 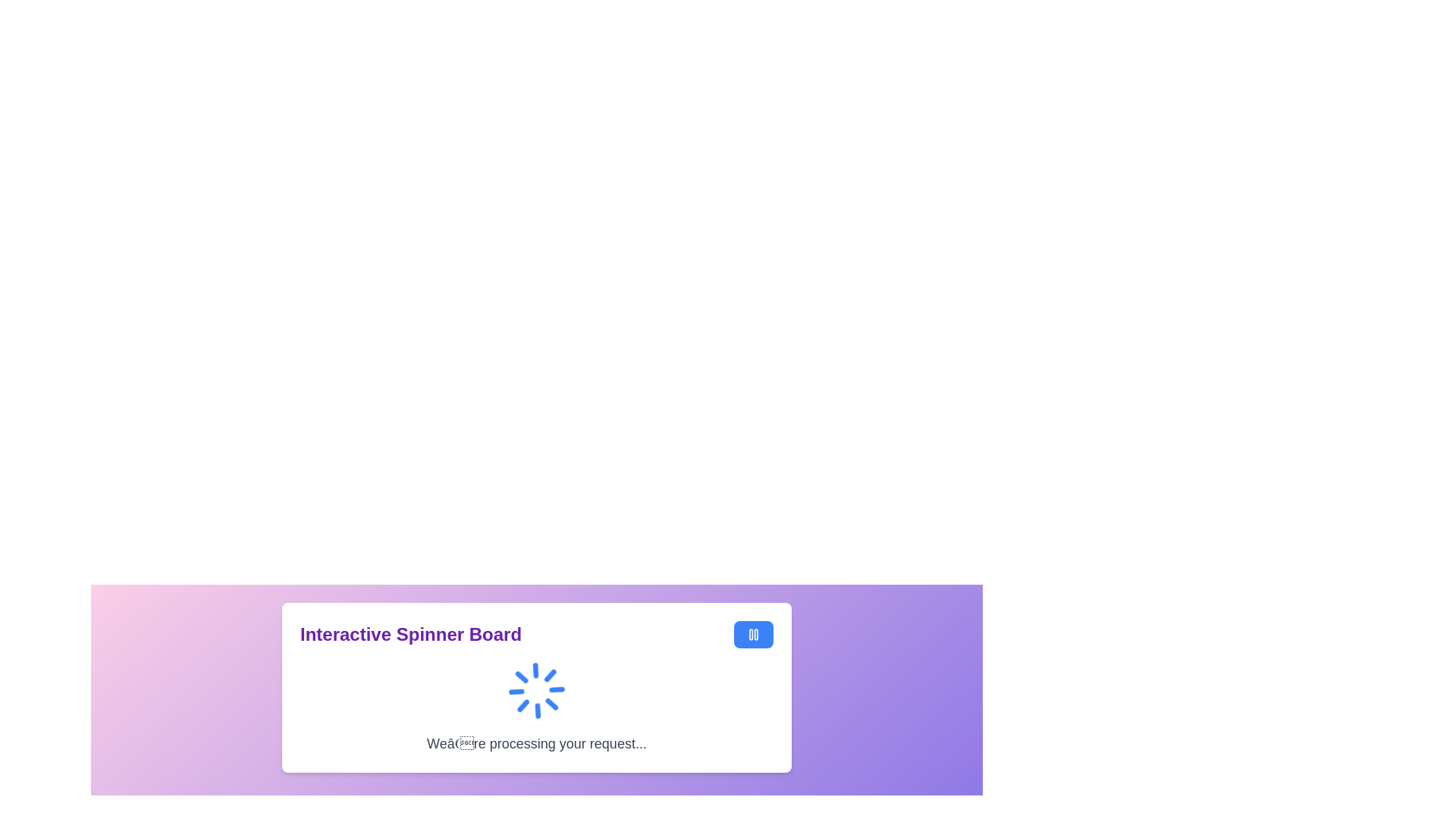 What do you see at coordinates (756, 635) in the screenshot?
I see `the right vertical bar of the 'pause' icon located within the blue circular button in the 'Interactive Spinner Board' panel` at bounding box center [756, 635].